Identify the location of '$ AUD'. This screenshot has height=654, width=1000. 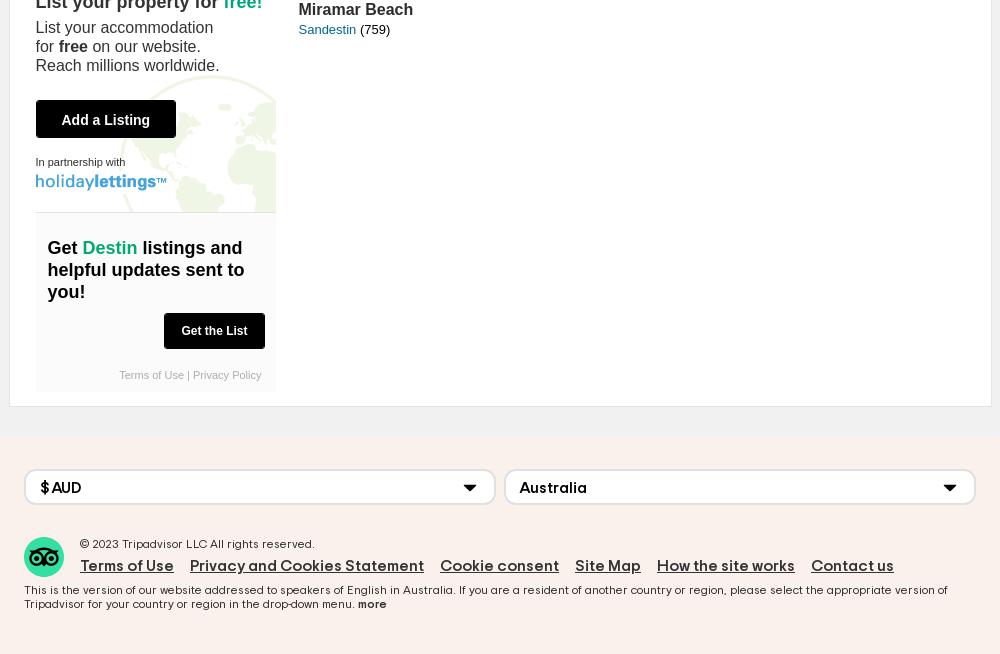
(60, 485).